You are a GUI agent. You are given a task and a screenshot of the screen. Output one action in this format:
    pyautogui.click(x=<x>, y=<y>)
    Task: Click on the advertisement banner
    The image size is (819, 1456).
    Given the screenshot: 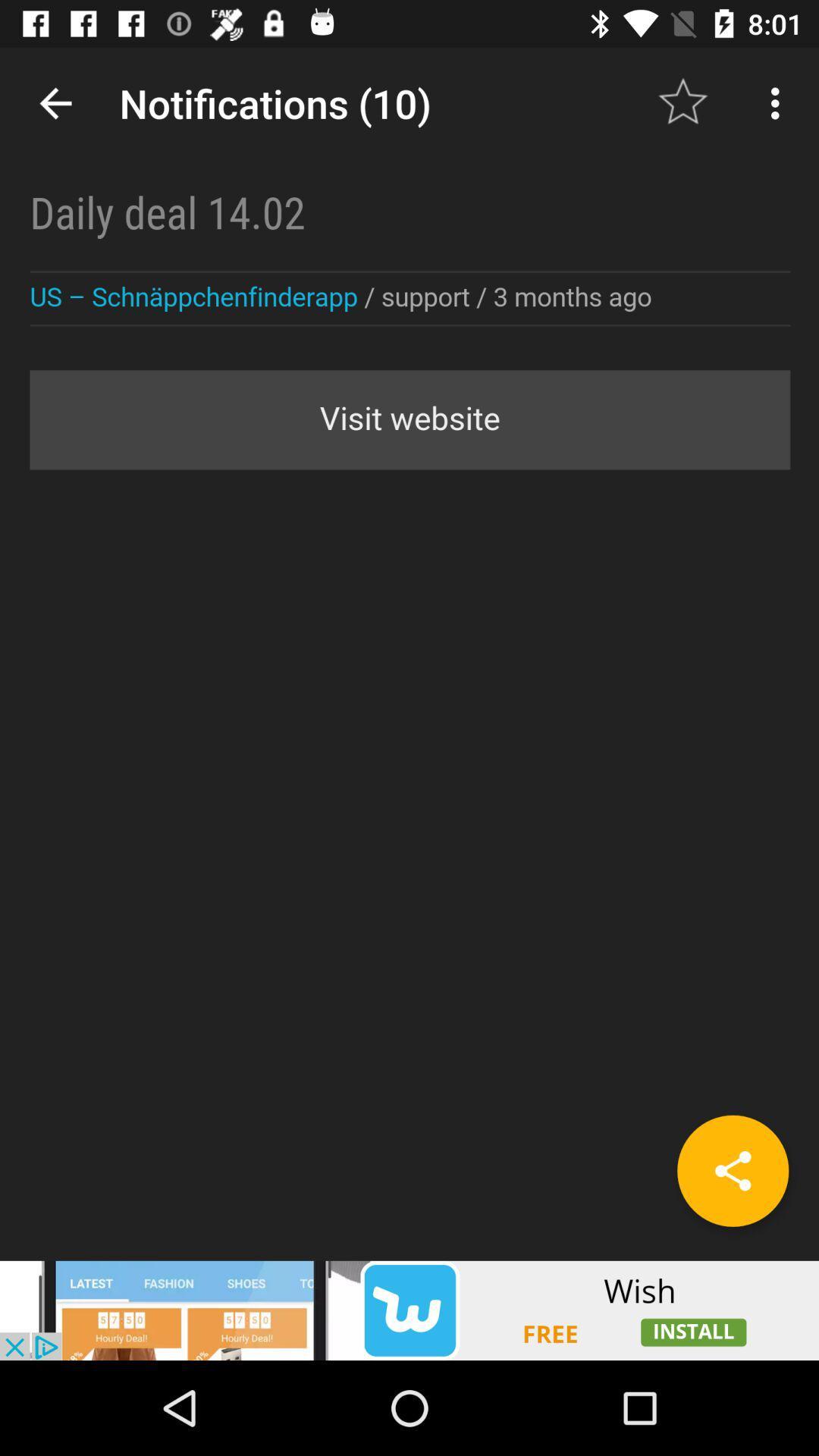 What is the action you would take?
    pyautogui.click(x=409, y=1310)
    